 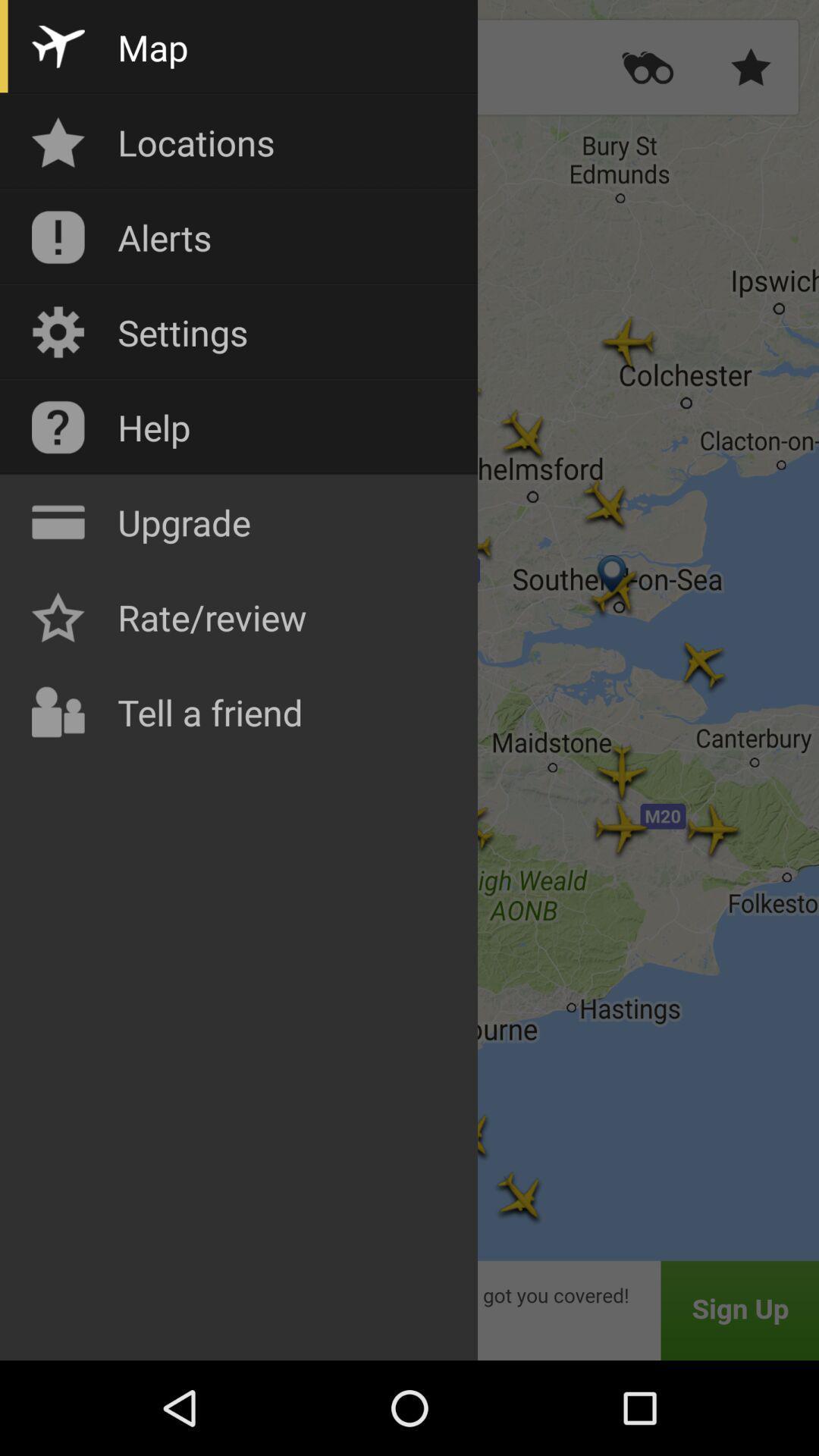 I want to click on the flight icon, so click(x=69, y=67).